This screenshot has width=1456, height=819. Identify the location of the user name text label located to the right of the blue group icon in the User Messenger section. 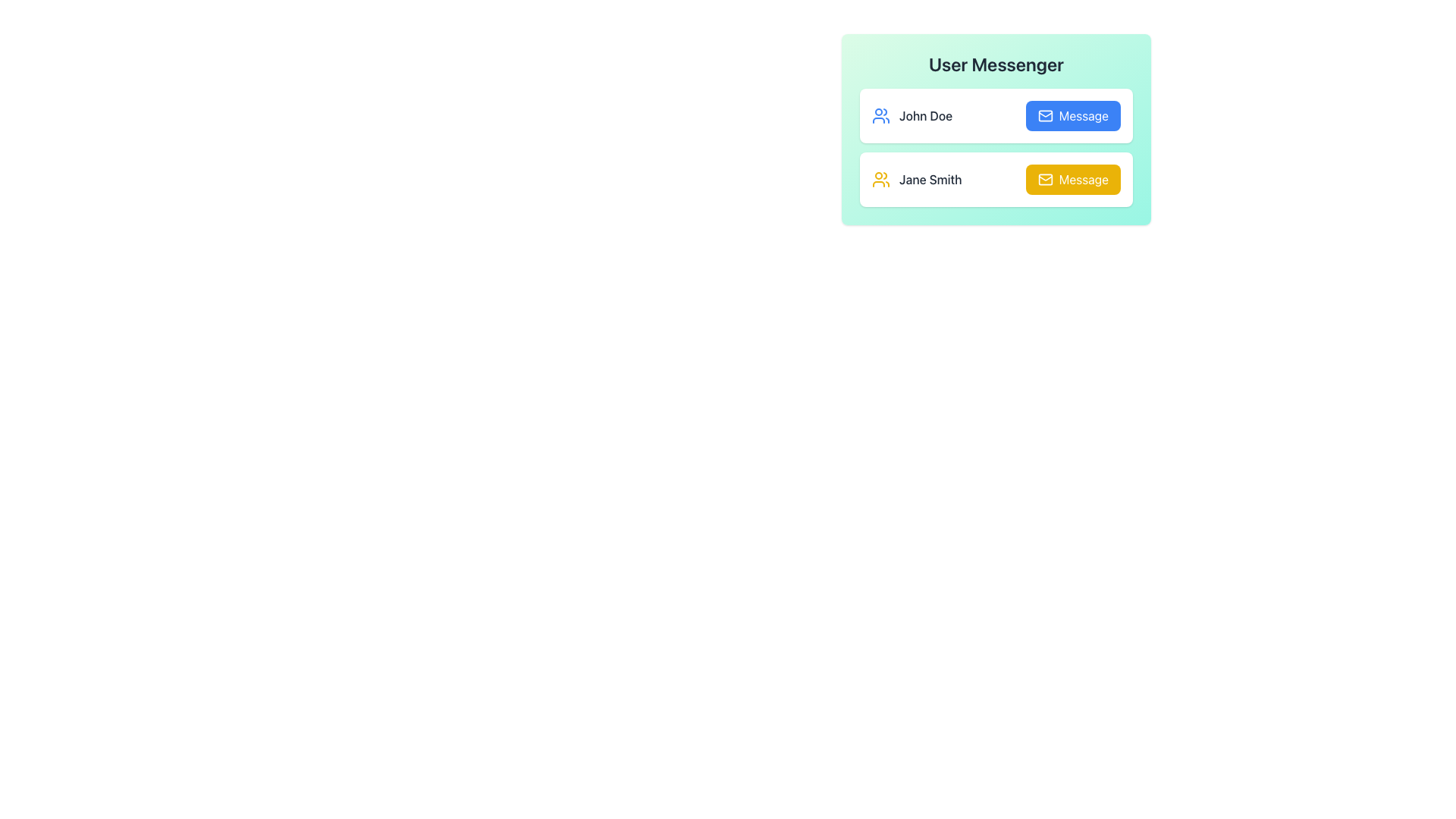
(925, 115).